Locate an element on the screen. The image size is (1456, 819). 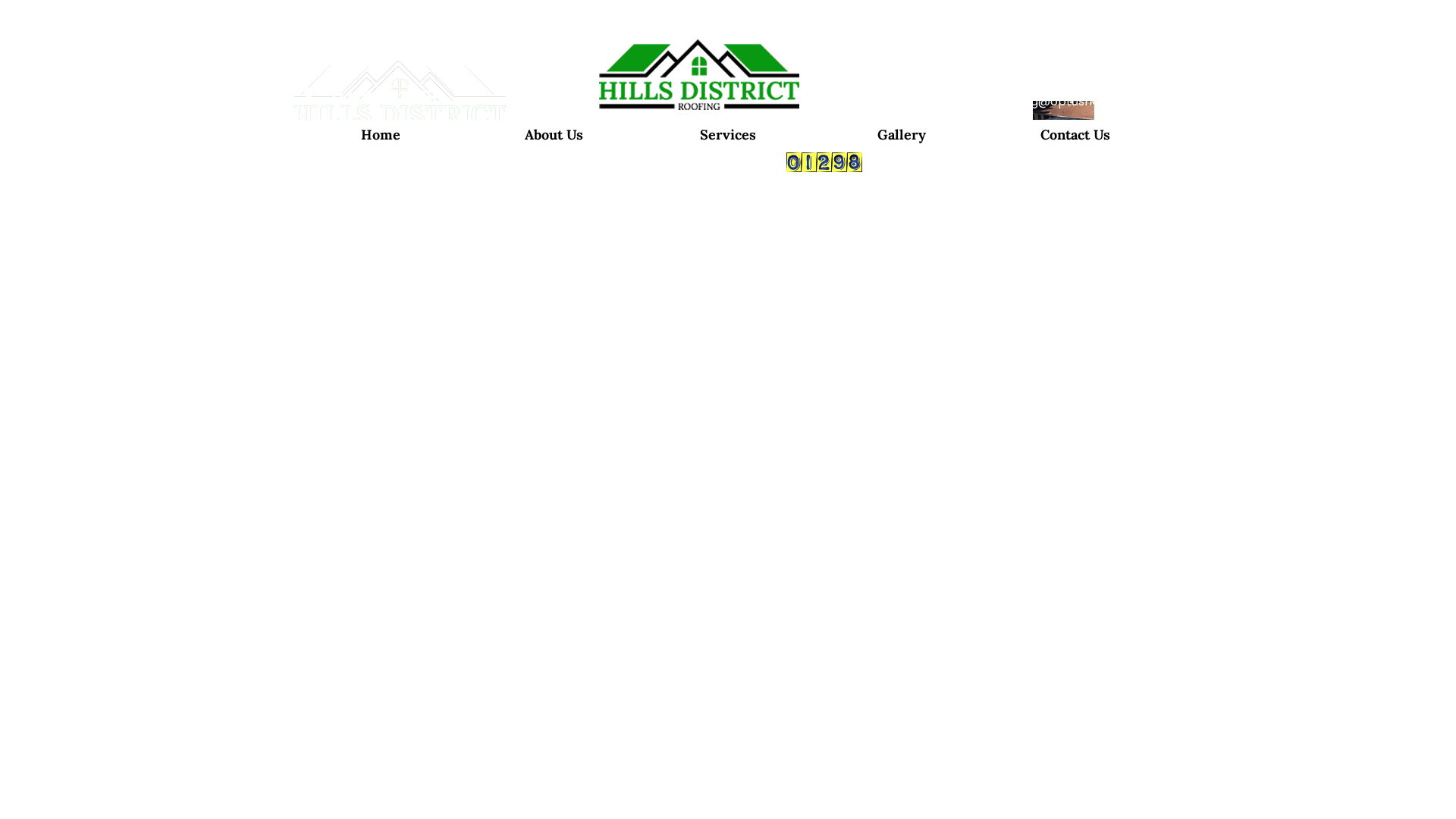
'Contact Us' is located at coordinates (1075, 133).